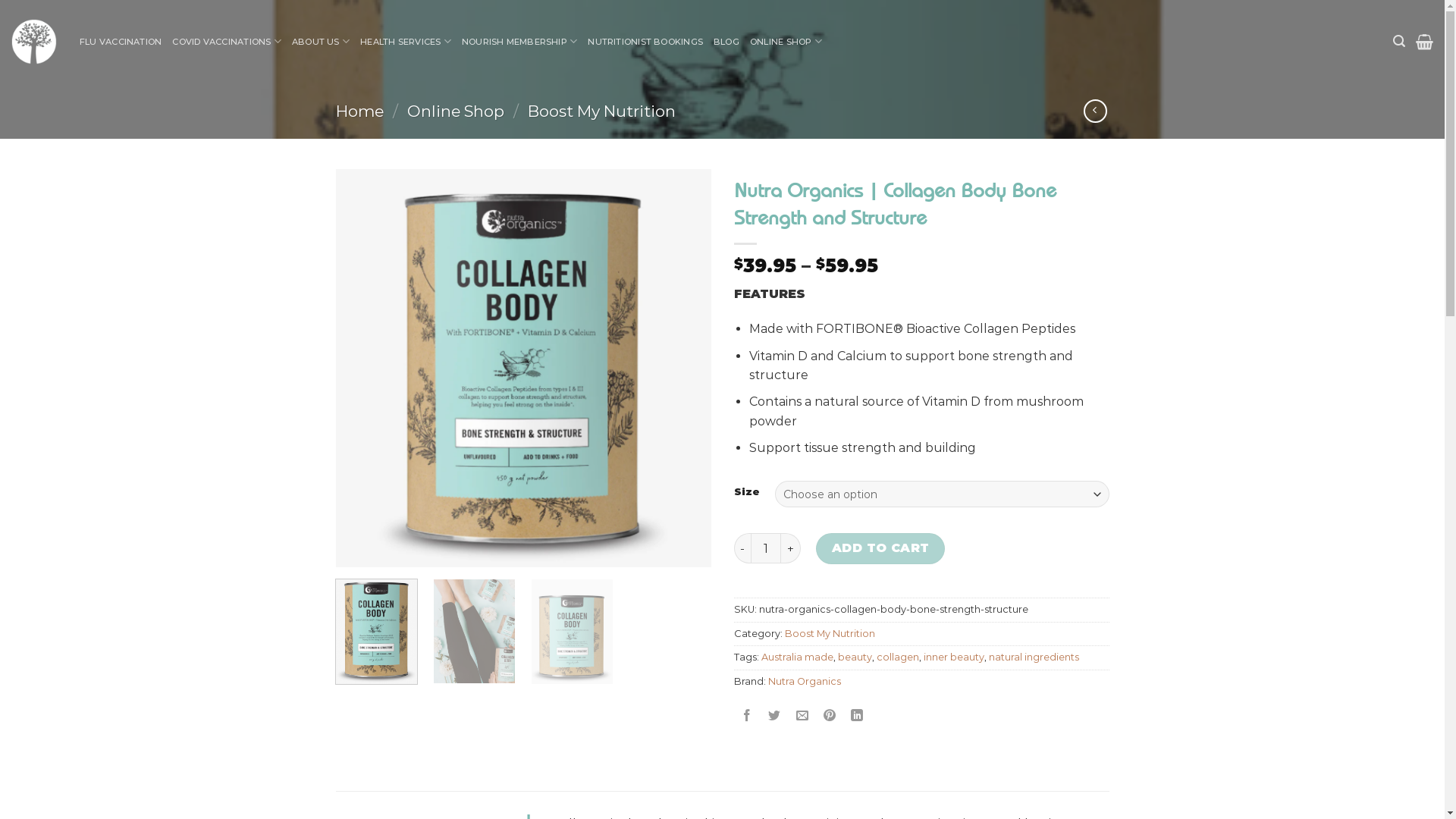 The image size is (1456, 819). What do you see at coordinates (225, 40) in the screenshot?
I see `'COVID VACCINATIONS'` at bounding box center [225, 40].